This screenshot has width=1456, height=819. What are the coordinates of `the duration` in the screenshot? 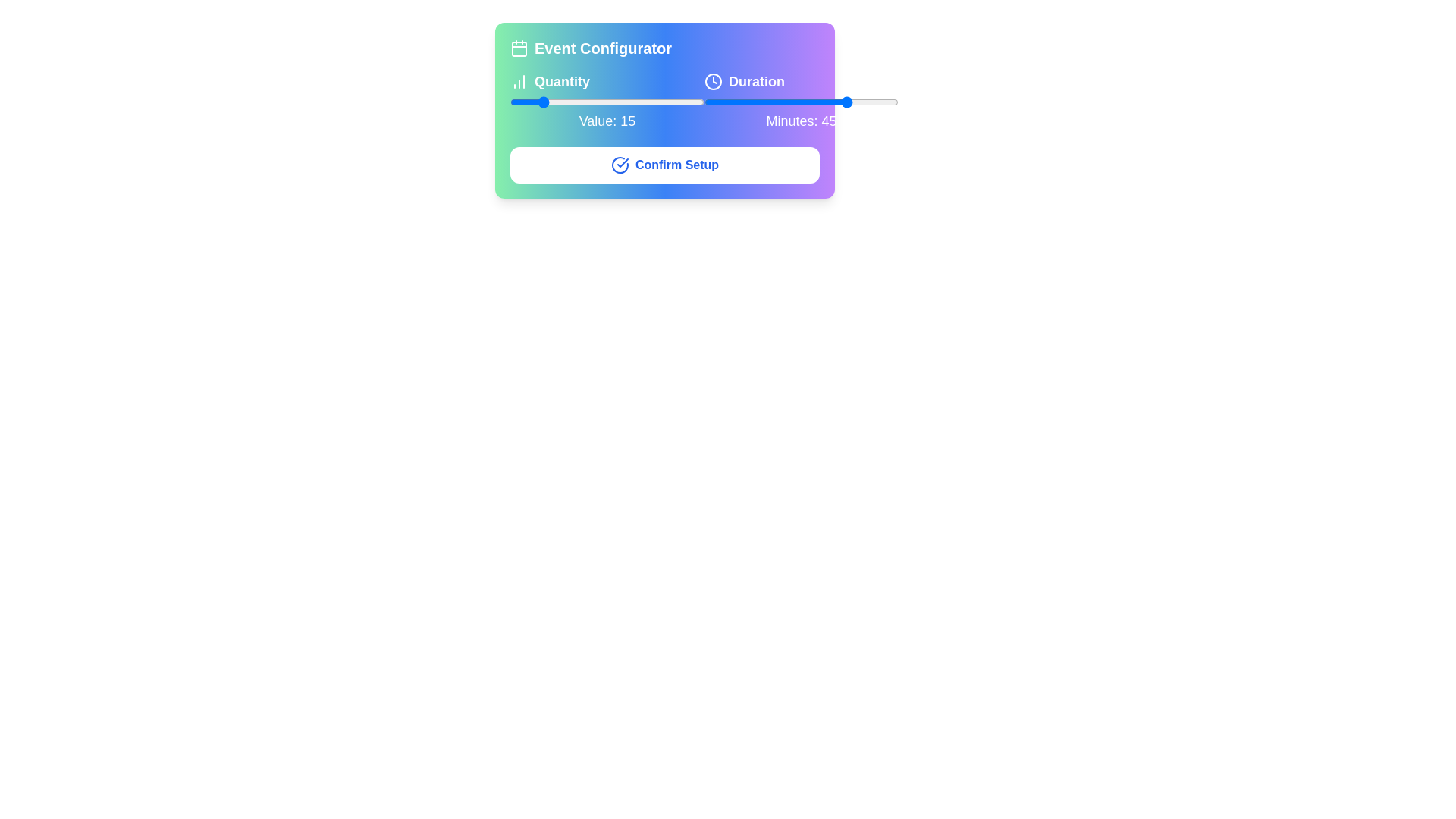 It's located at (817, 102).